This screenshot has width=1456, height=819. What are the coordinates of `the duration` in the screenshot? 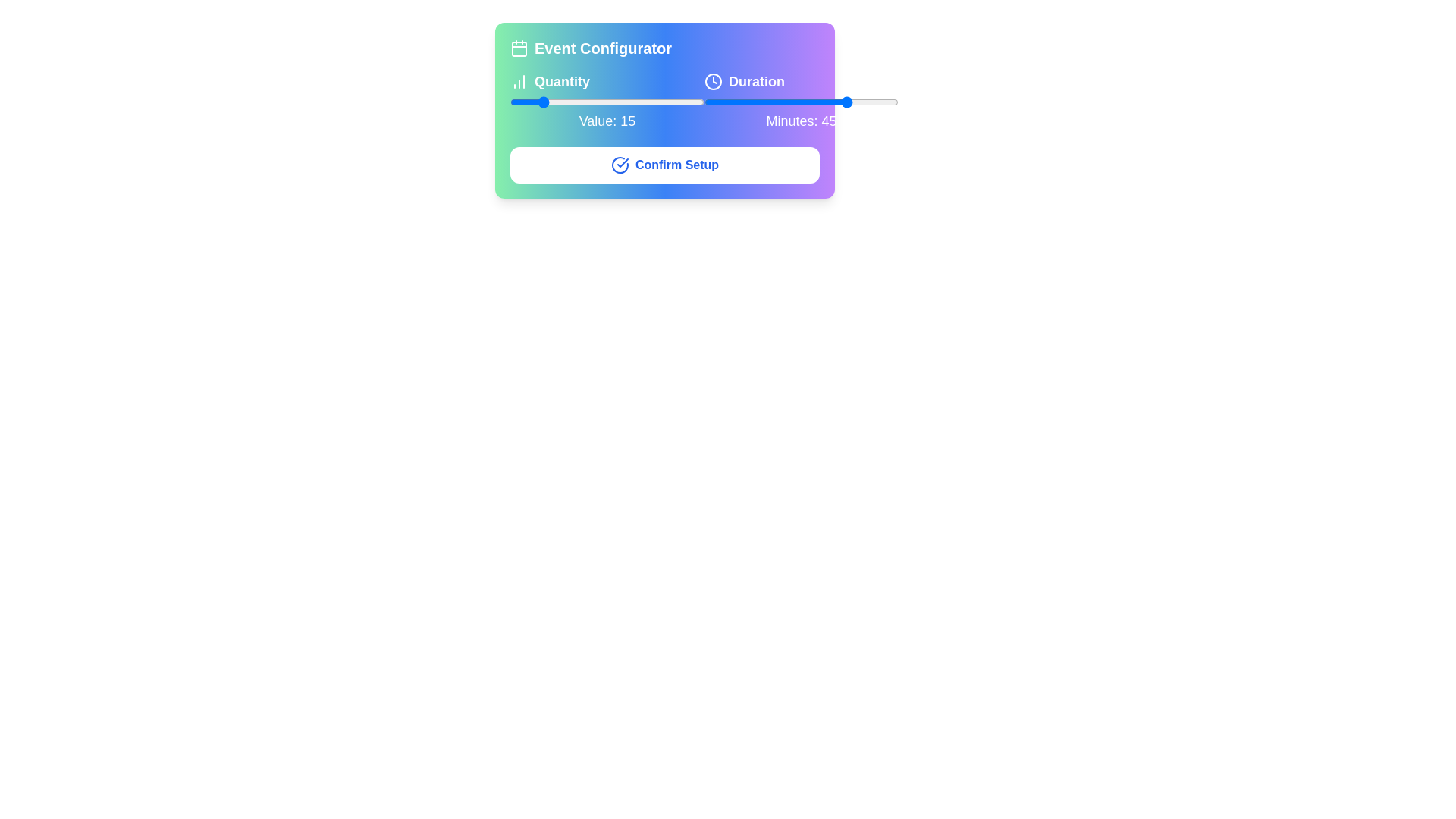 It's located at (817, 102).